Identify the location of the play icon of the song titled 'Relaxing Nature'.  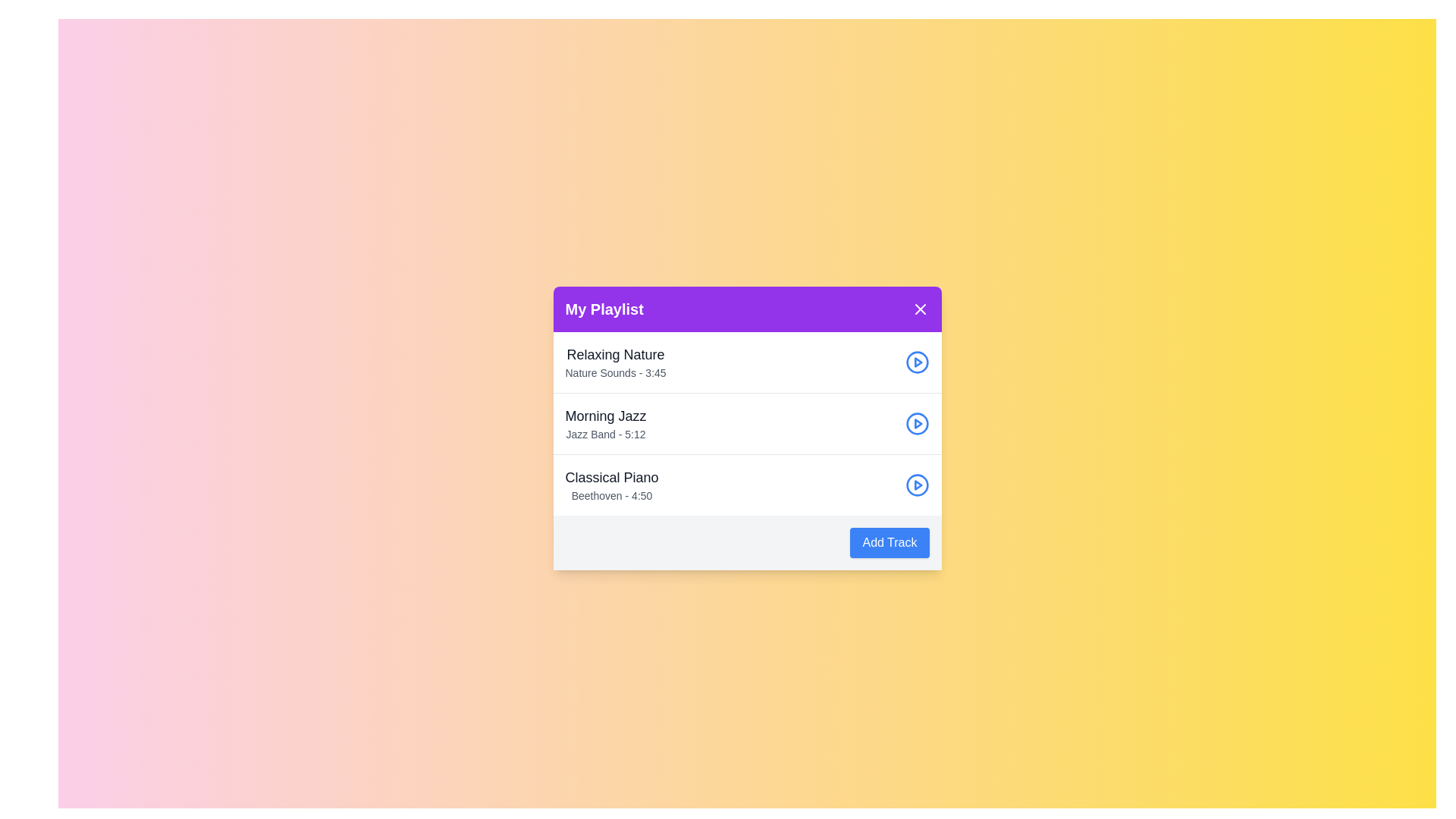
(916, 362).